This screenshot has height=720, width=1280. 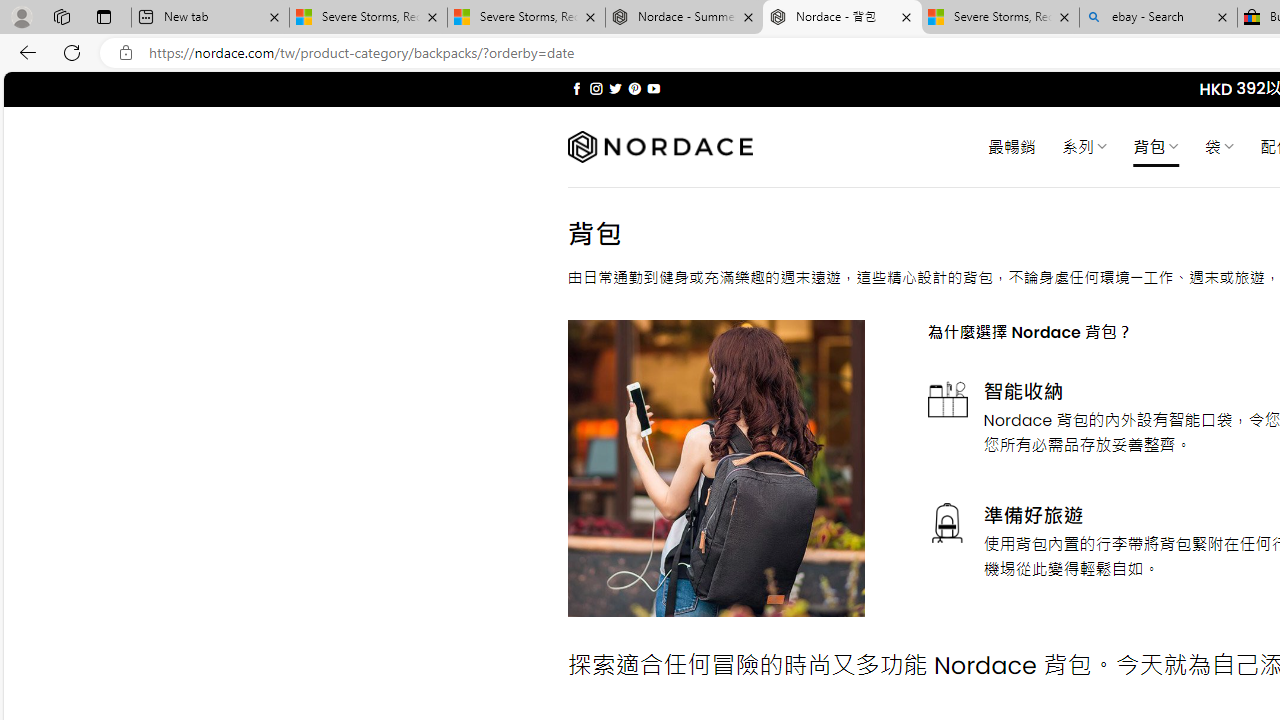 I want to click on 'Tab actions menu', so click(x=103, y=16).